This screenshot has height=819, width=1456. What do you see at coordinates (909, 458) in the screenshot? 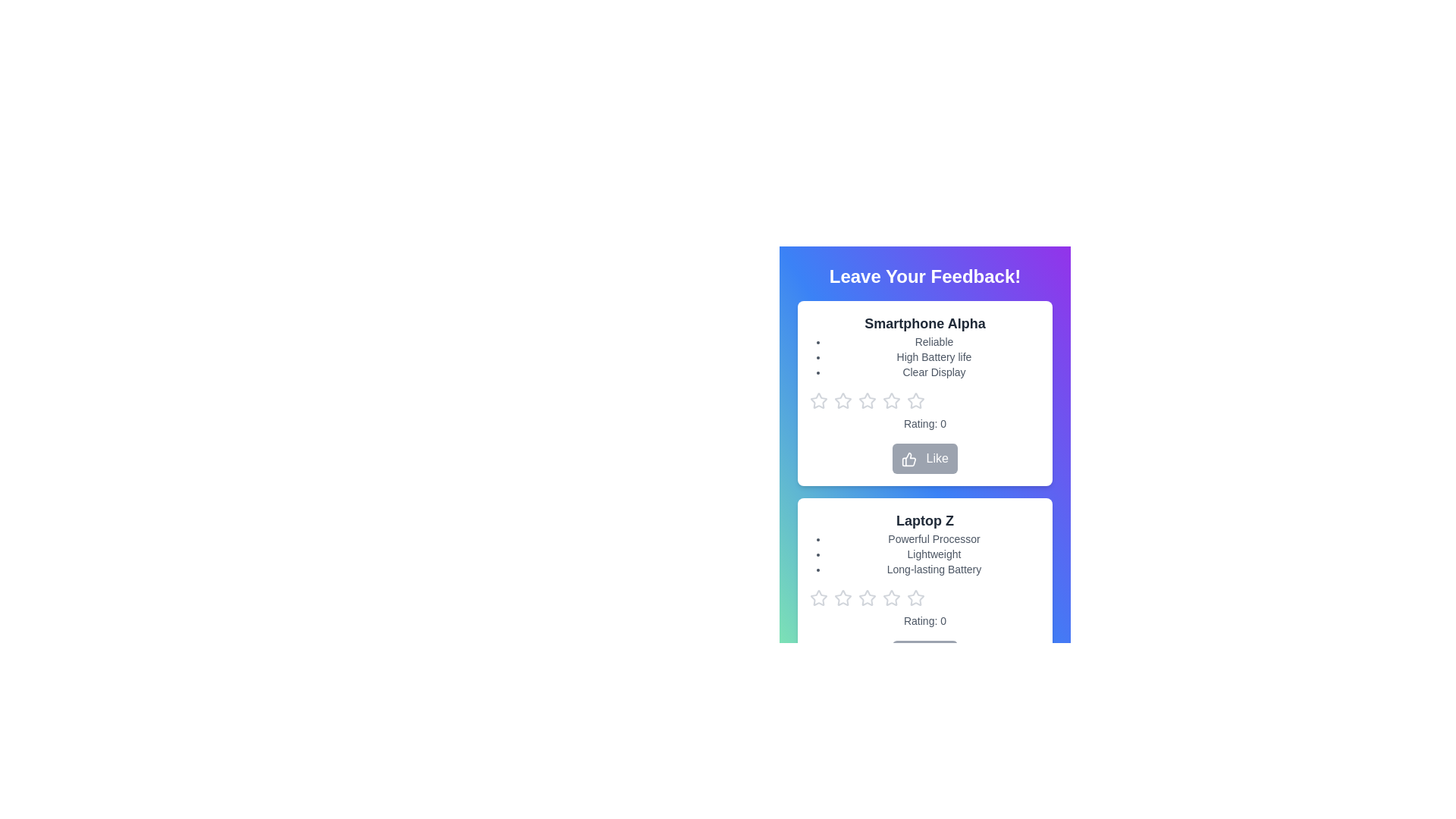
I see `the 'thumbs-up' icon within the 'Like' button on the product card titled 'Smartphone Alpha'` at bounding box center [909, 458].